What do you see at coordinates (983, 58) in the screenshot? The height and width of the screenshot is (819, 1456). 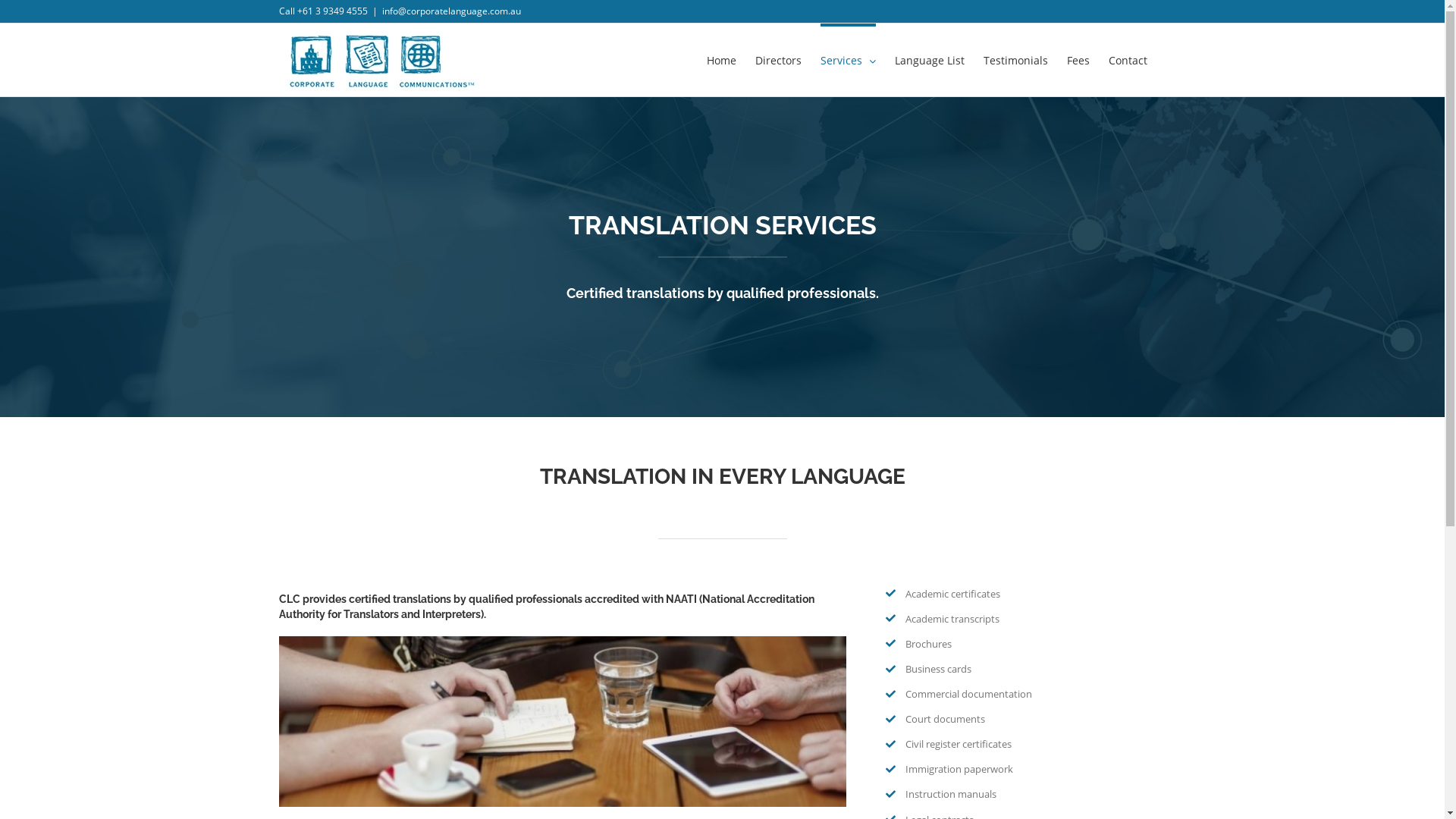 I see `'Testimonials'` at bounding box center [983, 58].